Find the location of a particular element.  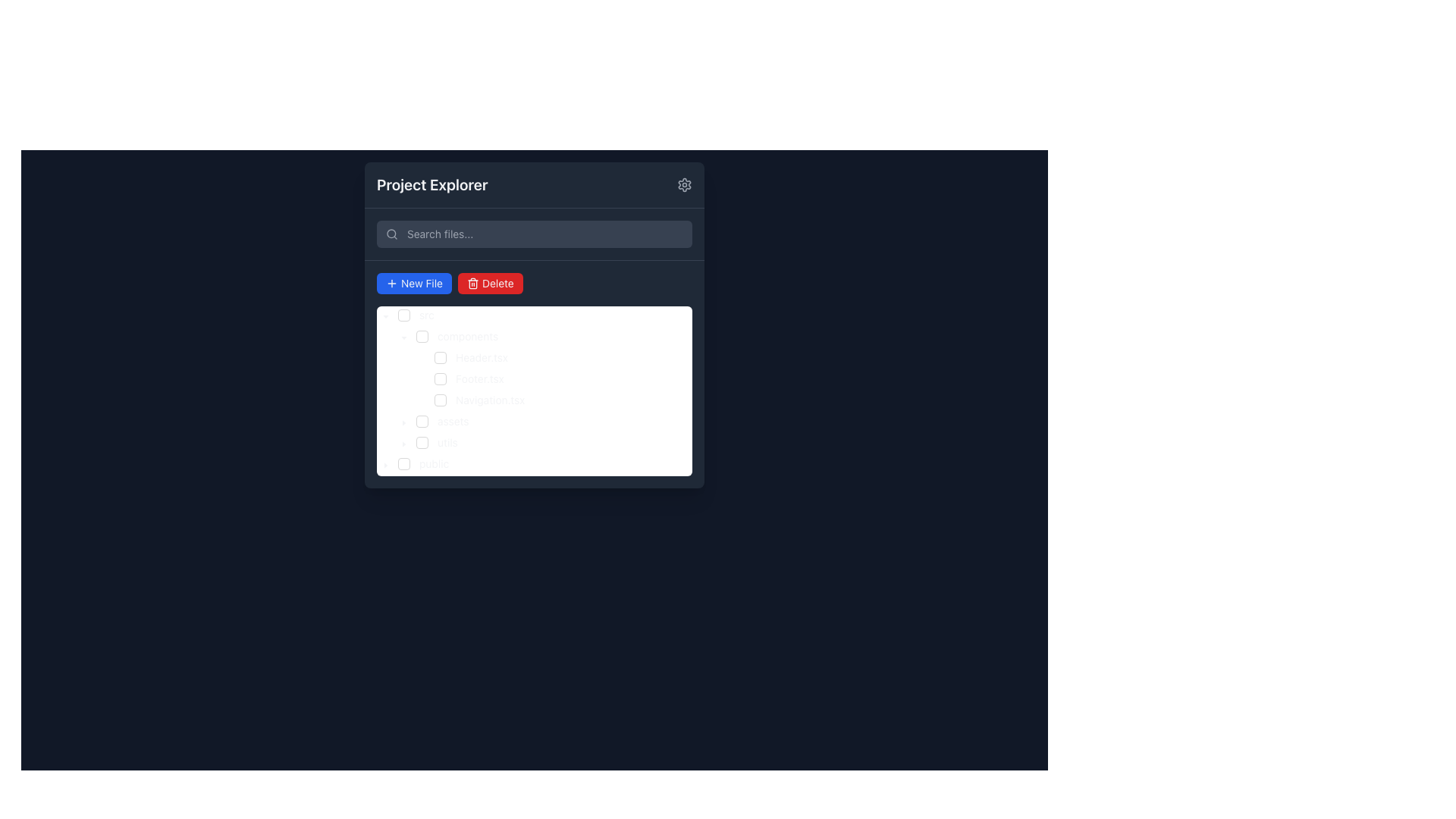

the 'Project Explorer' static text label located at the top left of the dark-themed side panel is located at coordinates (431, 184).